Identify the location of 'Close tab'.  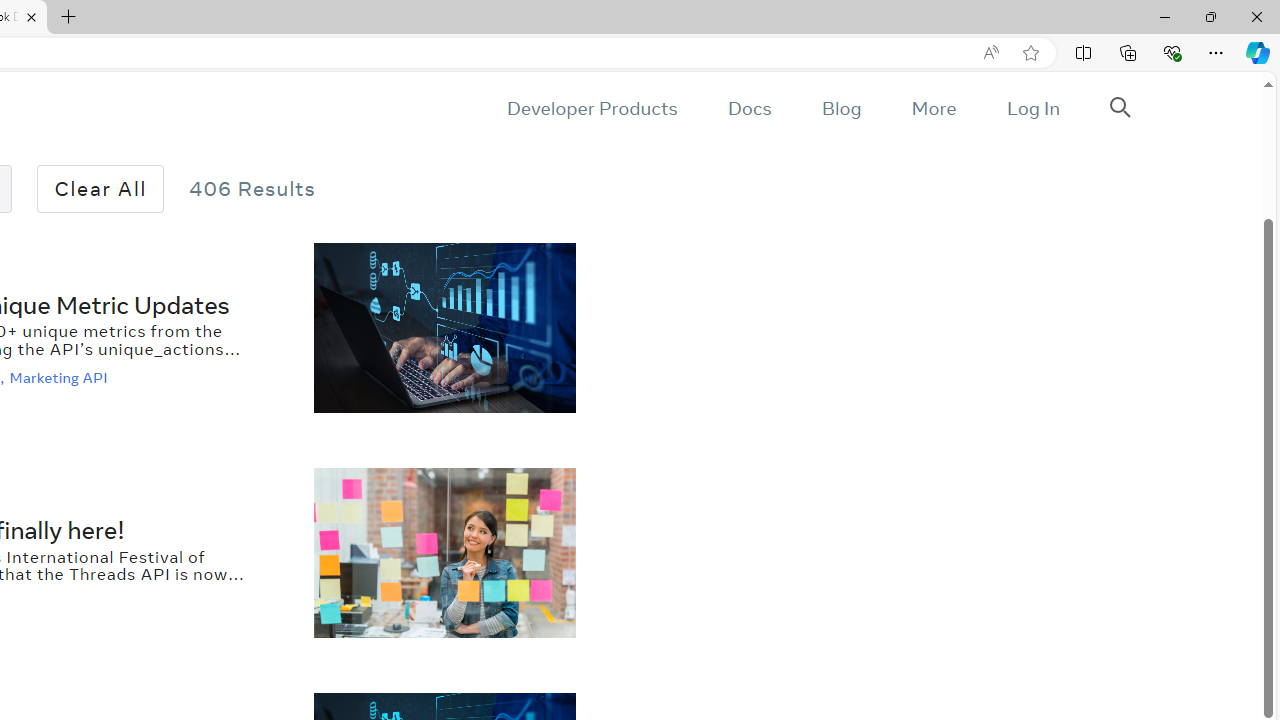
(31, 17).